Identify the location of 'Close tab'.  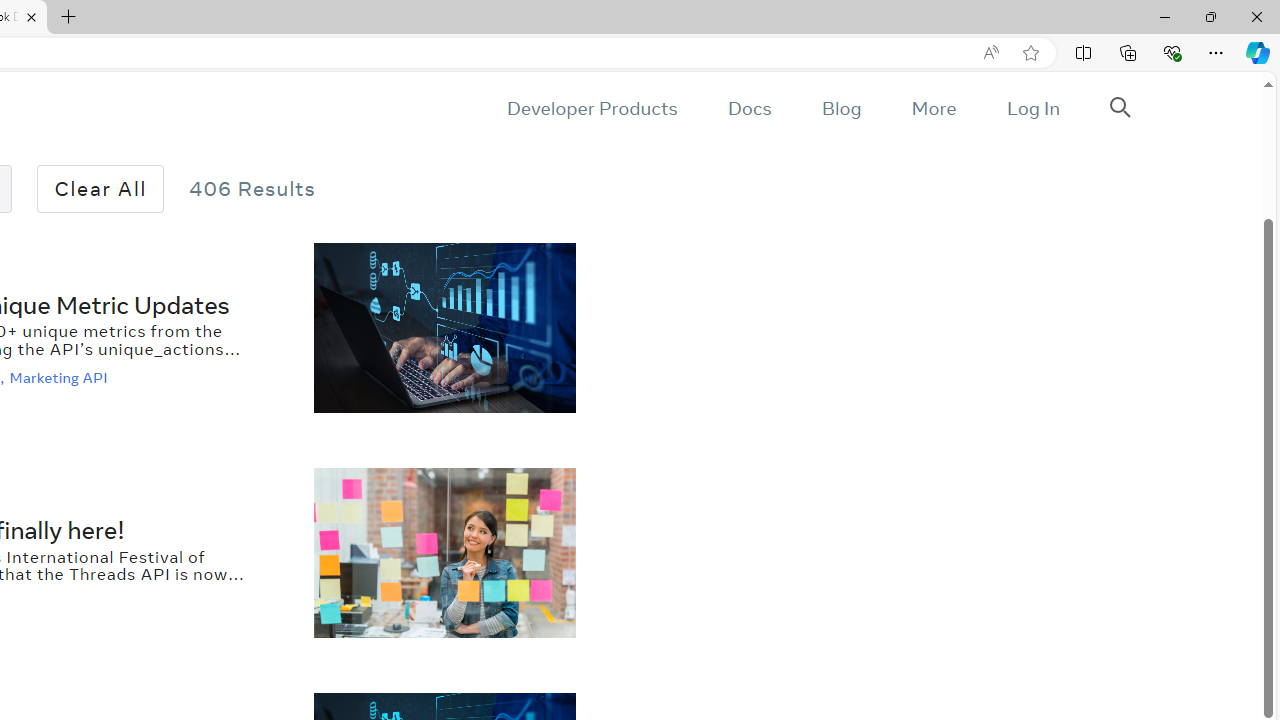
(31, 17).